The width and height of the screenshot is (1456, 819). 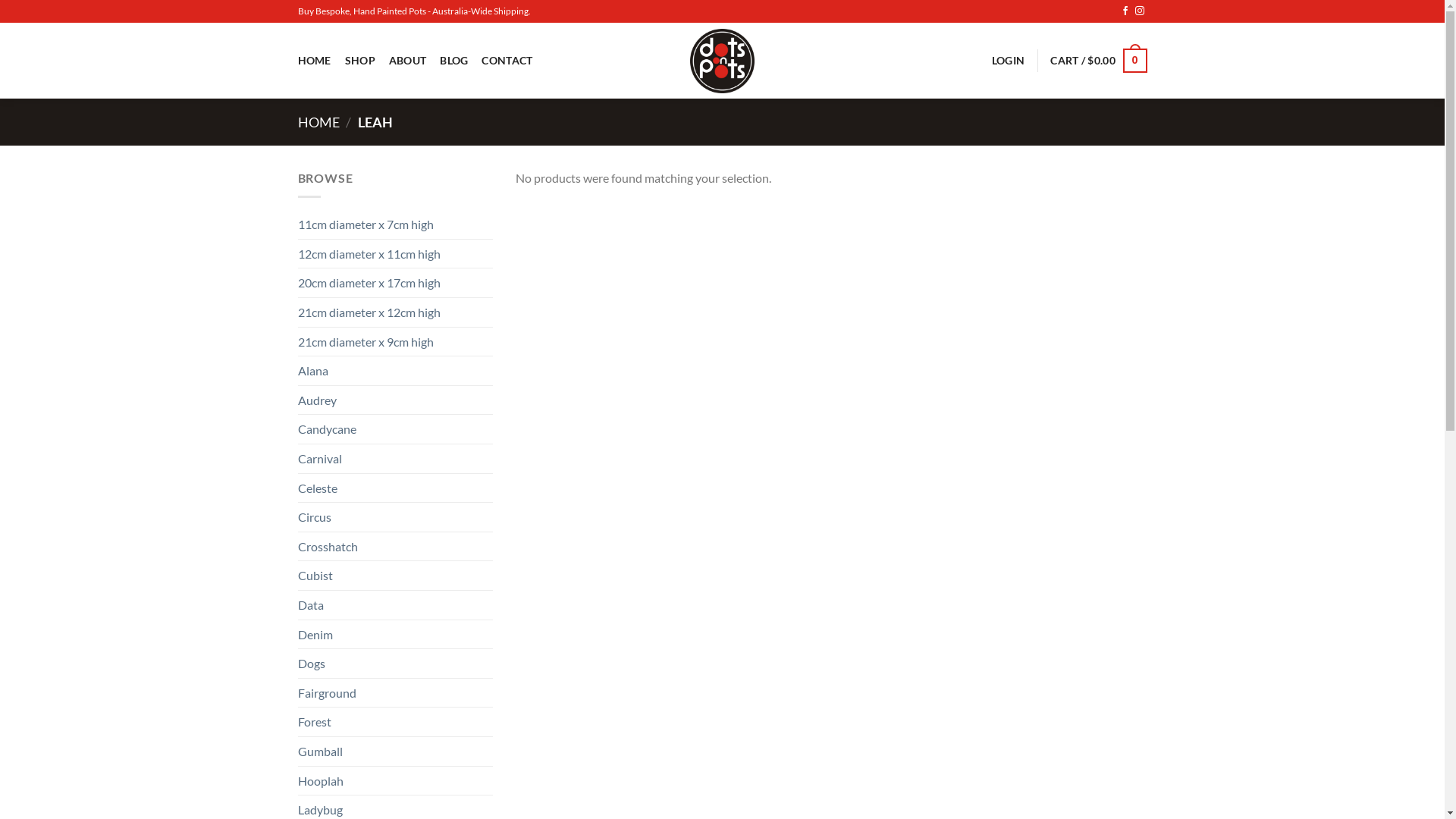 What do you see at coordinates (395, 516) in the screenshot?
I see `'Circus'` at bounding box center [395, 516].